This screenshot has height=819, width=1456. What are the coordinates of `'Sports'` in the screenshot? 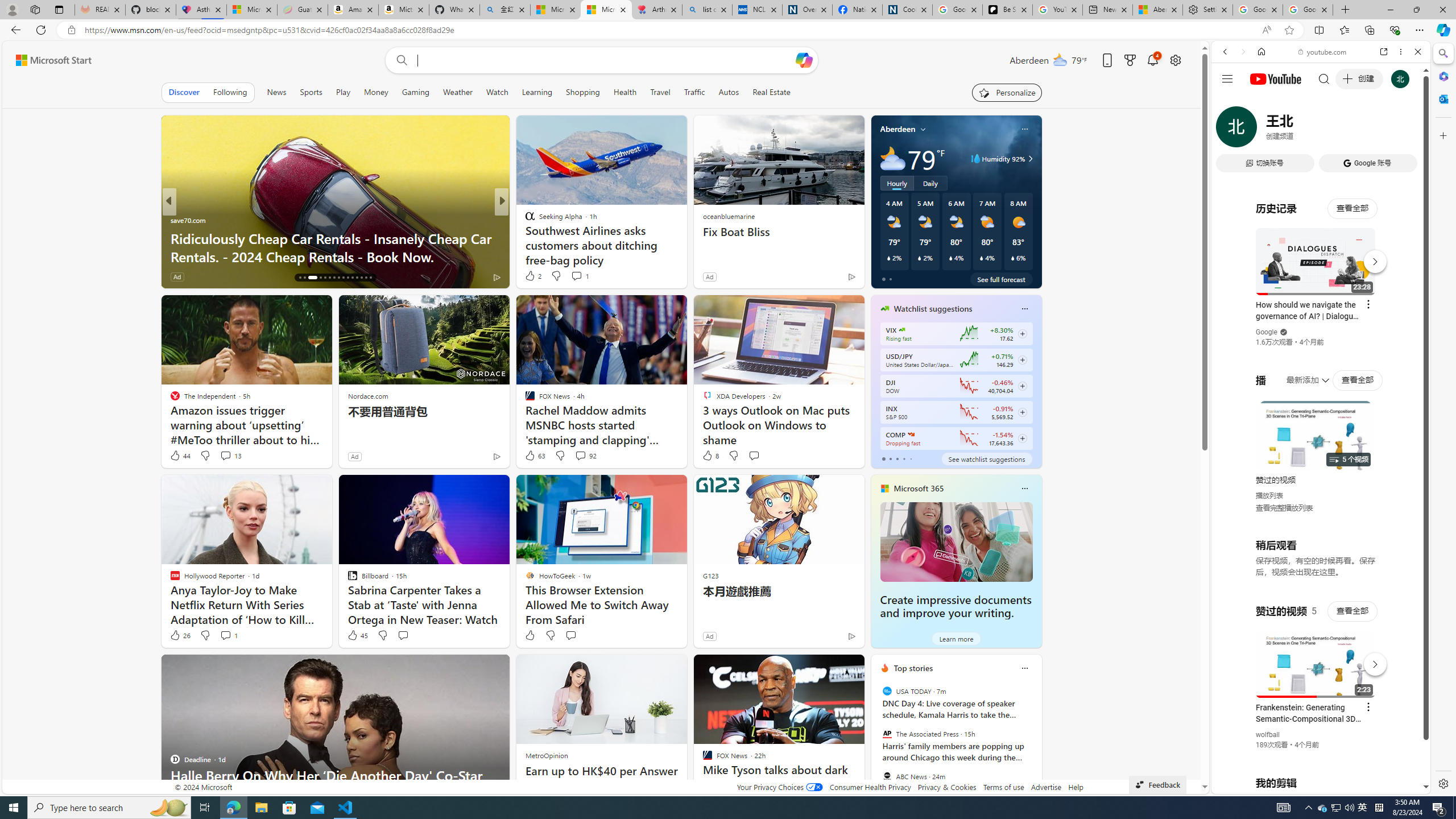 It's located at (311, 92).